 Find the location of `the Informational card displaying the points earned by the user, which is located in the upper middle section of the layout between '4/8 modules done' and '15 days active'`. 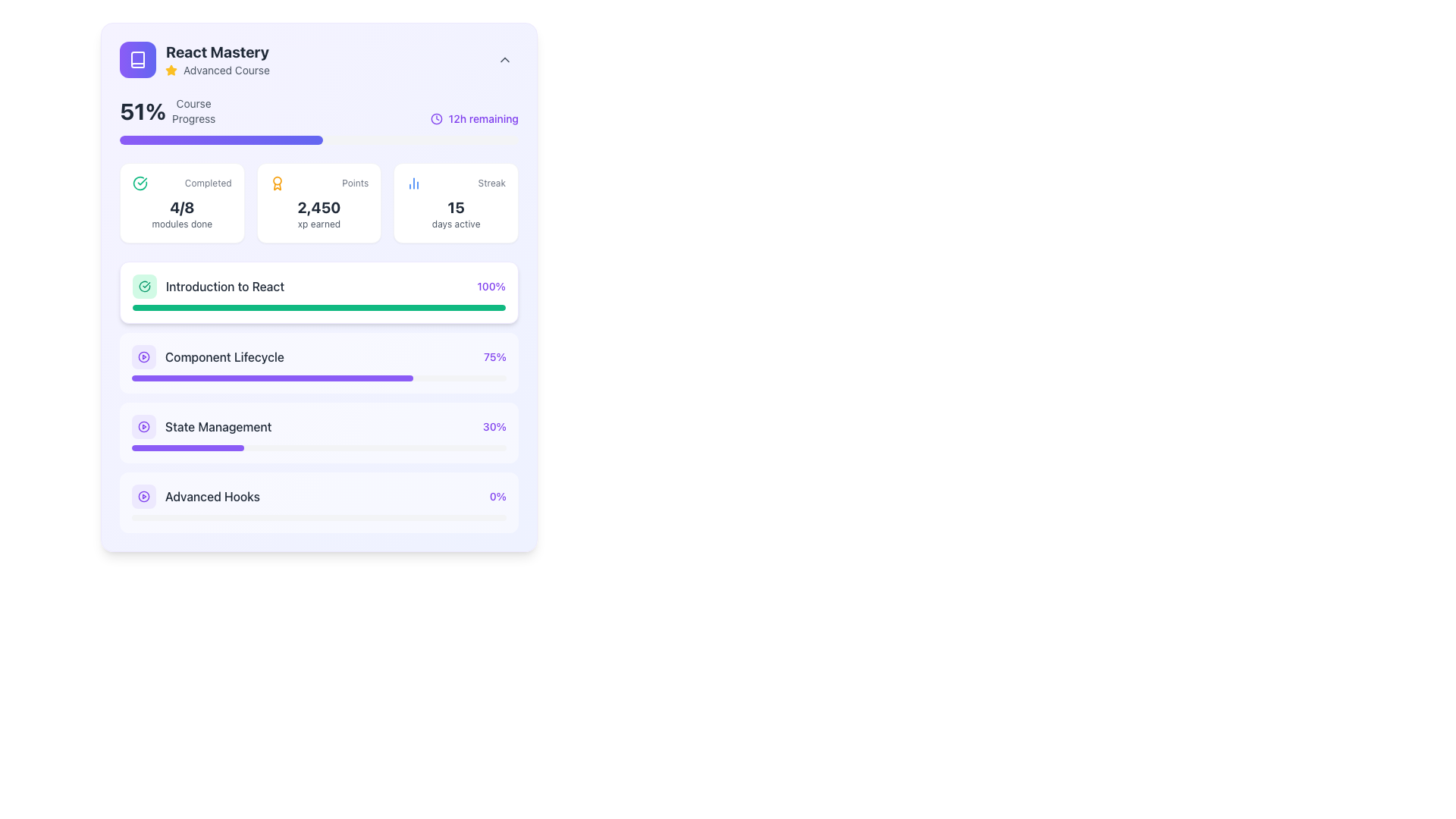

the Informational card displaying the points earned by the user, which is located in the upper middle section of the layout between '4/8 modules done' and '15 days active' is located at coordinates (318, 202).